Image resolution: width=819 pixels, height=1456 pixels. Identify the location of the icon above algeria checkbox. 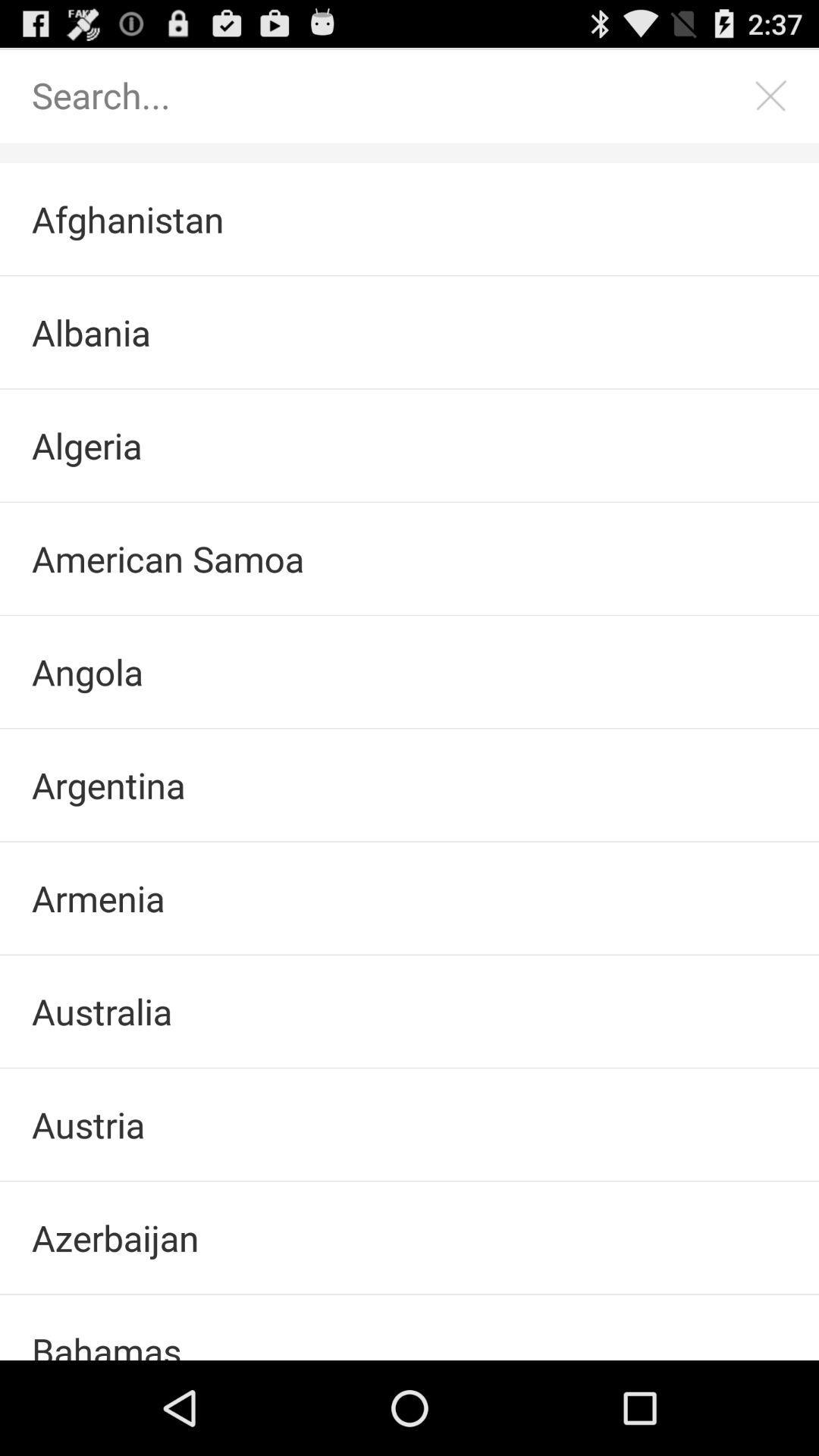
(409, 331).